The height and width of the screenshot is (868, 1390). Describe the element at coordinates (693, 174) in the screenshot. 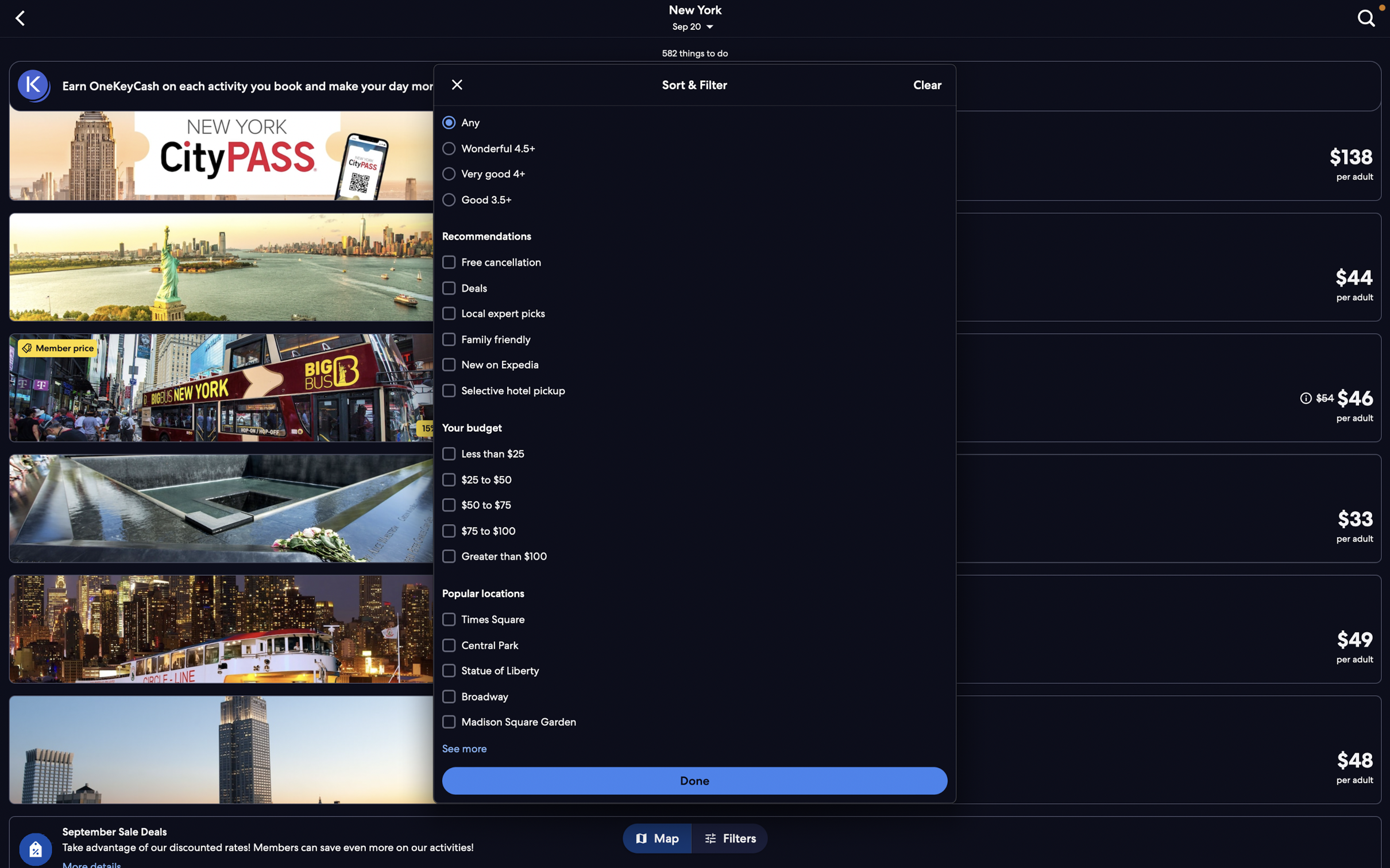

I see `Show only those sites having a rating above 4` at that location.